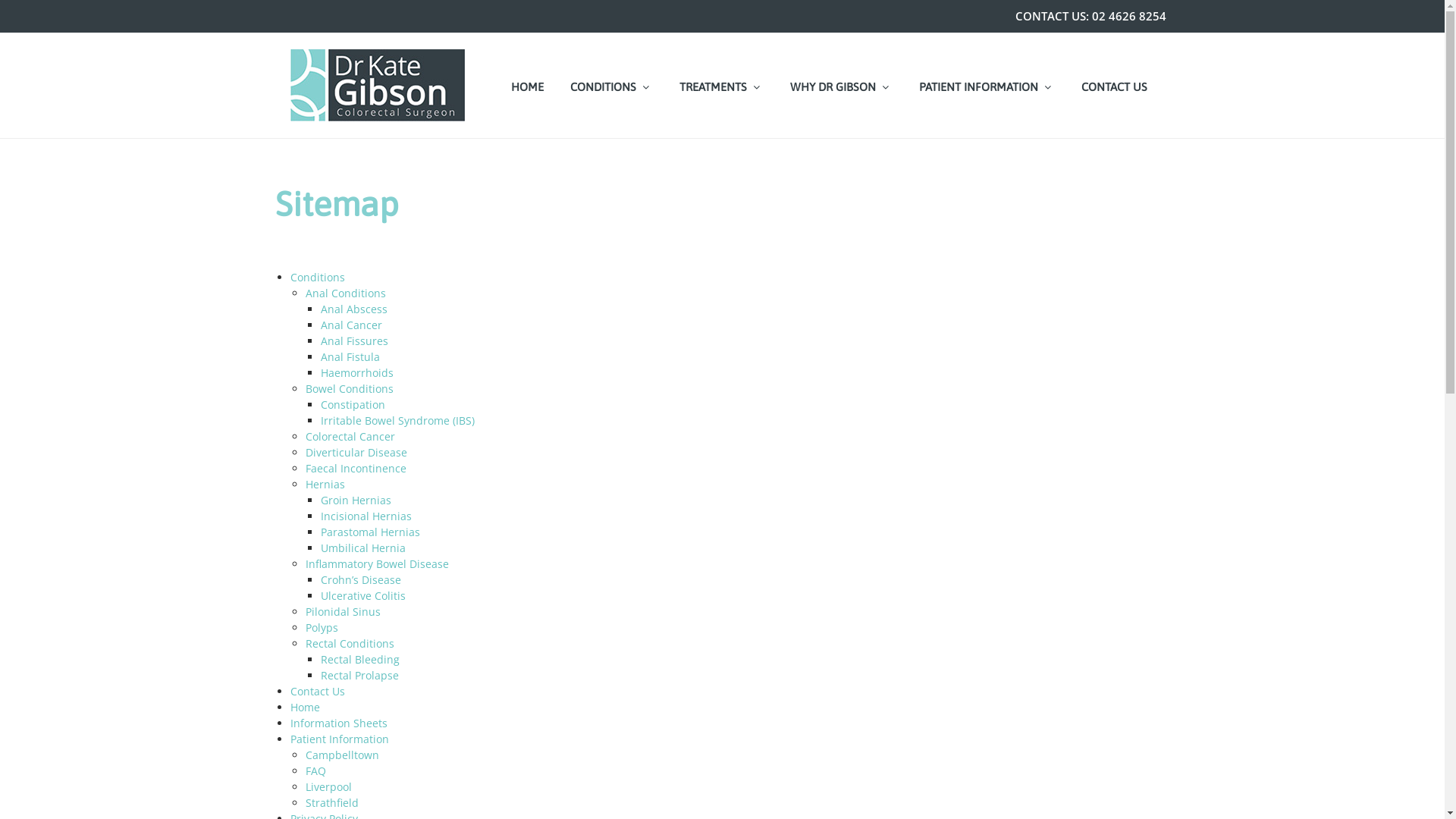 Image resolution: width=1456 pixels, height=819 pixels. I want to click on 'Liverpool', so click(304, 786).